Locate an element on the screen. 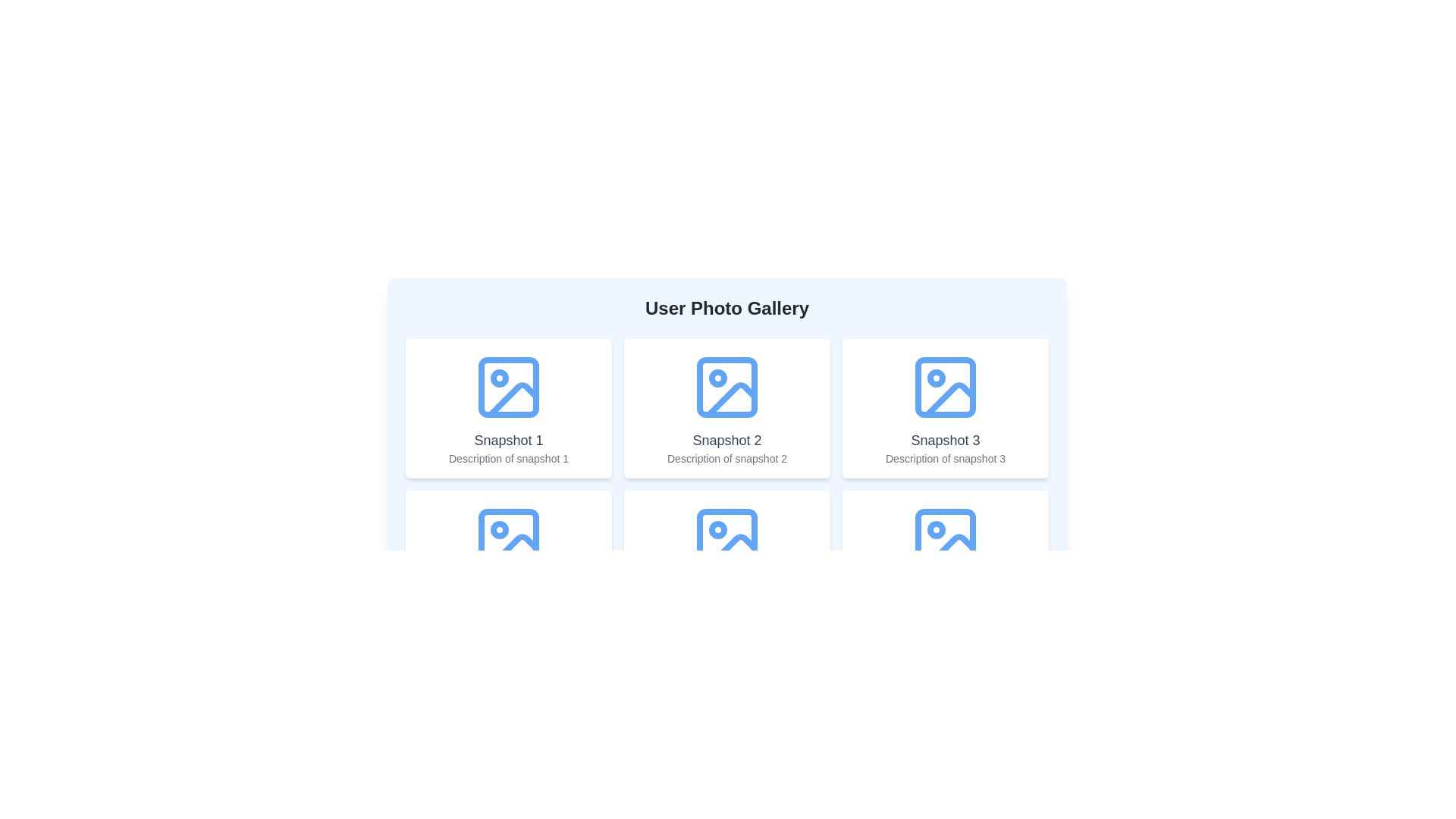 The height and width of the screenshot is (819, 1456). the second text label that identifies the second snapshot, positioned beneath the image icon of Snapshot 2 is located at coordinates (726, 441).